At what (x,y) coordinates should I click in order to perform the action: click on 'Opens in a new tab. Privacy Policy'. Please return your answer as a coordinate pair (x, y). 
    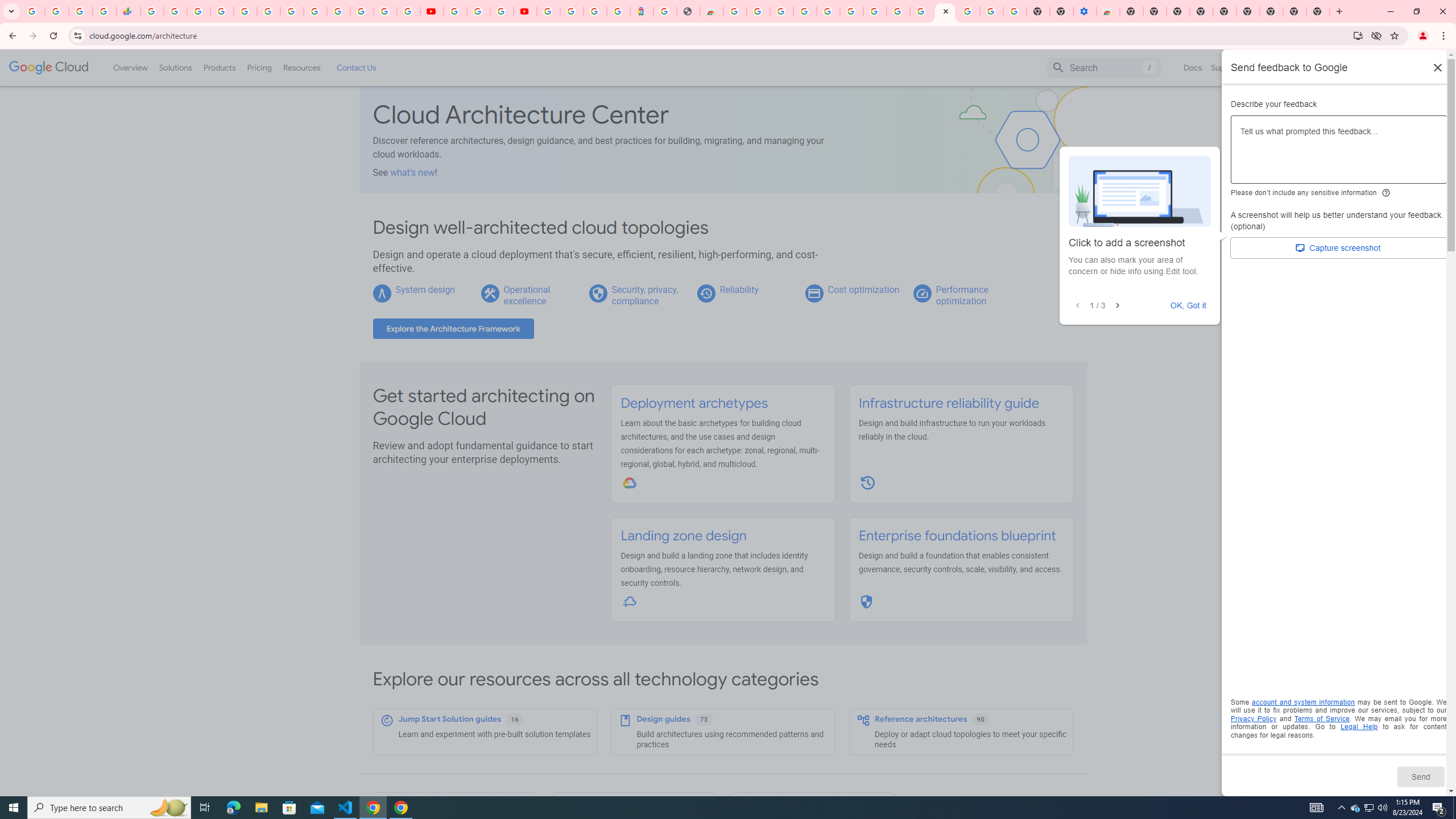
    Looking at the image, I should click on (1254, 718).